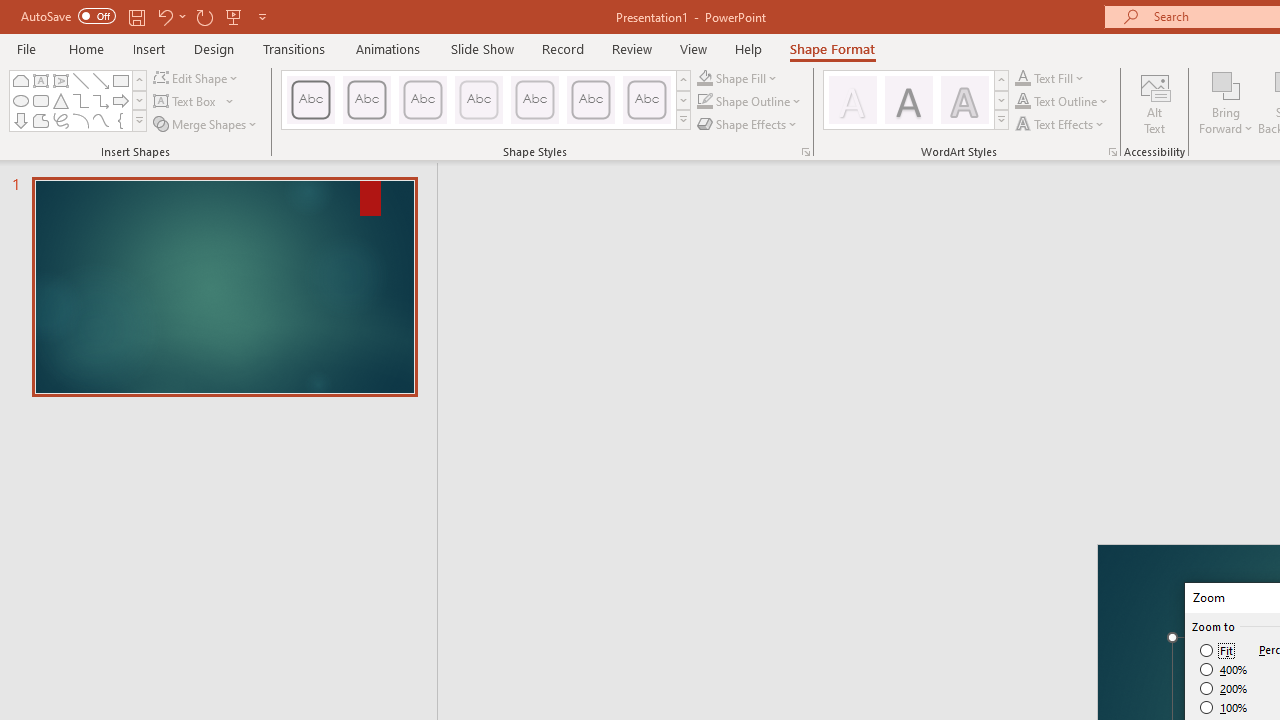  What do you see at coordinates (1111, 150) in the screenshot?
I see `'Format Text Effects...'` at bounding box center [1111, 150].